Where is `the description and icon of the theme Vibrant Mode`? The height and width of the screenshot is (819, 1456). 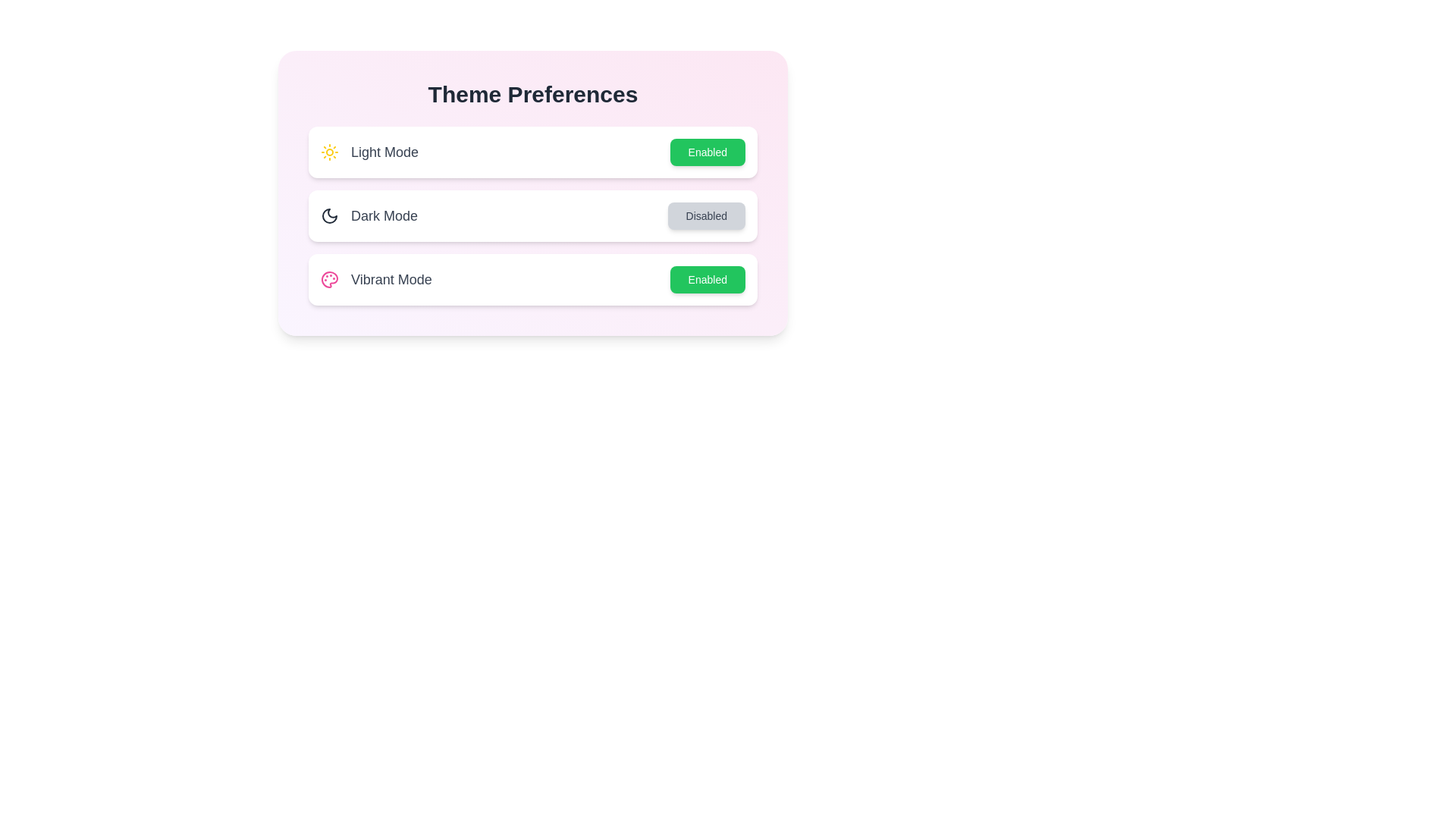
the description and icon of the theme Vibrant Mode is located at coordinates (329, 280).